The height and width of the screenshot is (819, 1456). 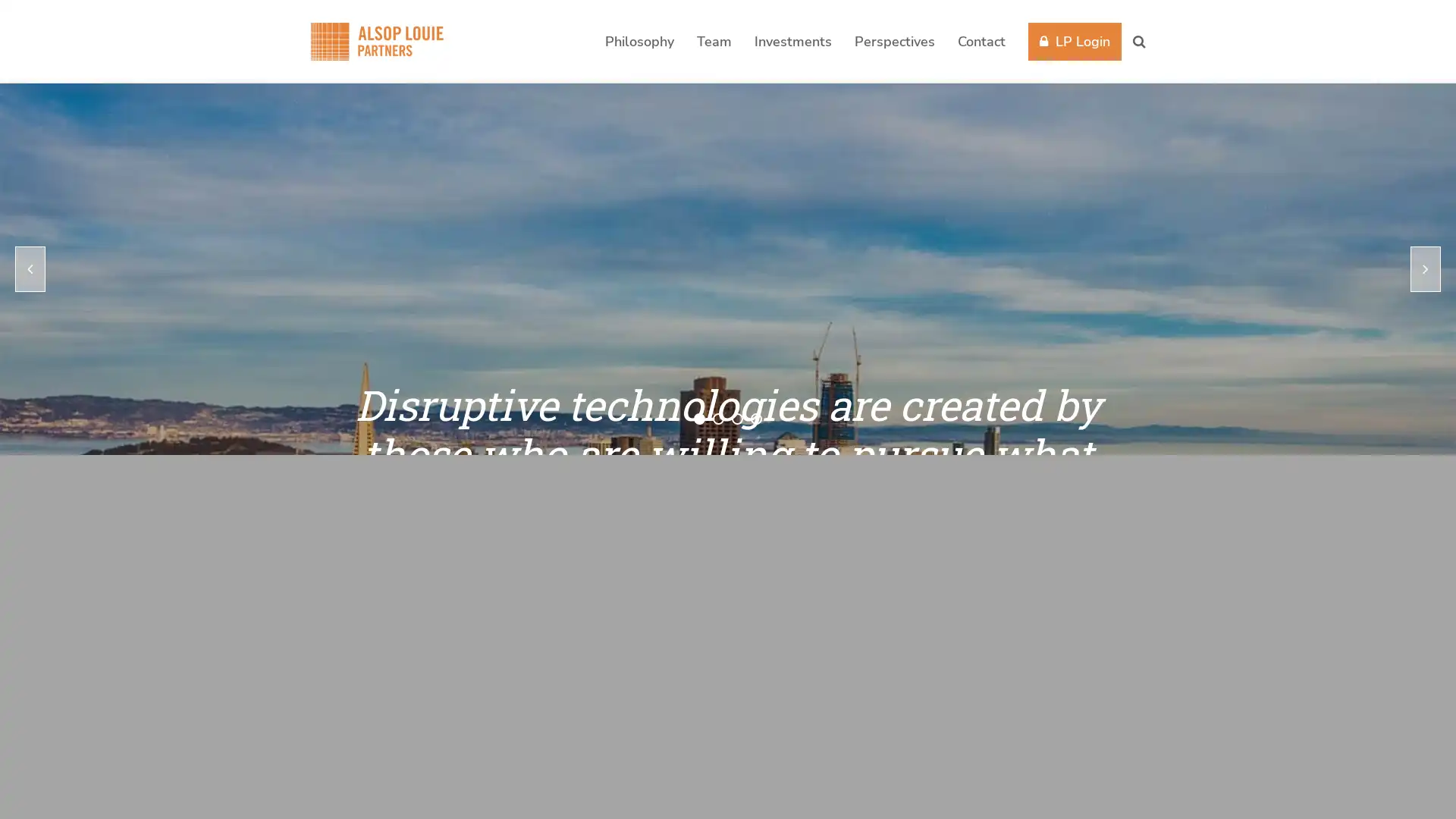 What do you see at coordinates (1425, 450) in the screenshot?
I see `next slide` at bounding box center [1425, 450].